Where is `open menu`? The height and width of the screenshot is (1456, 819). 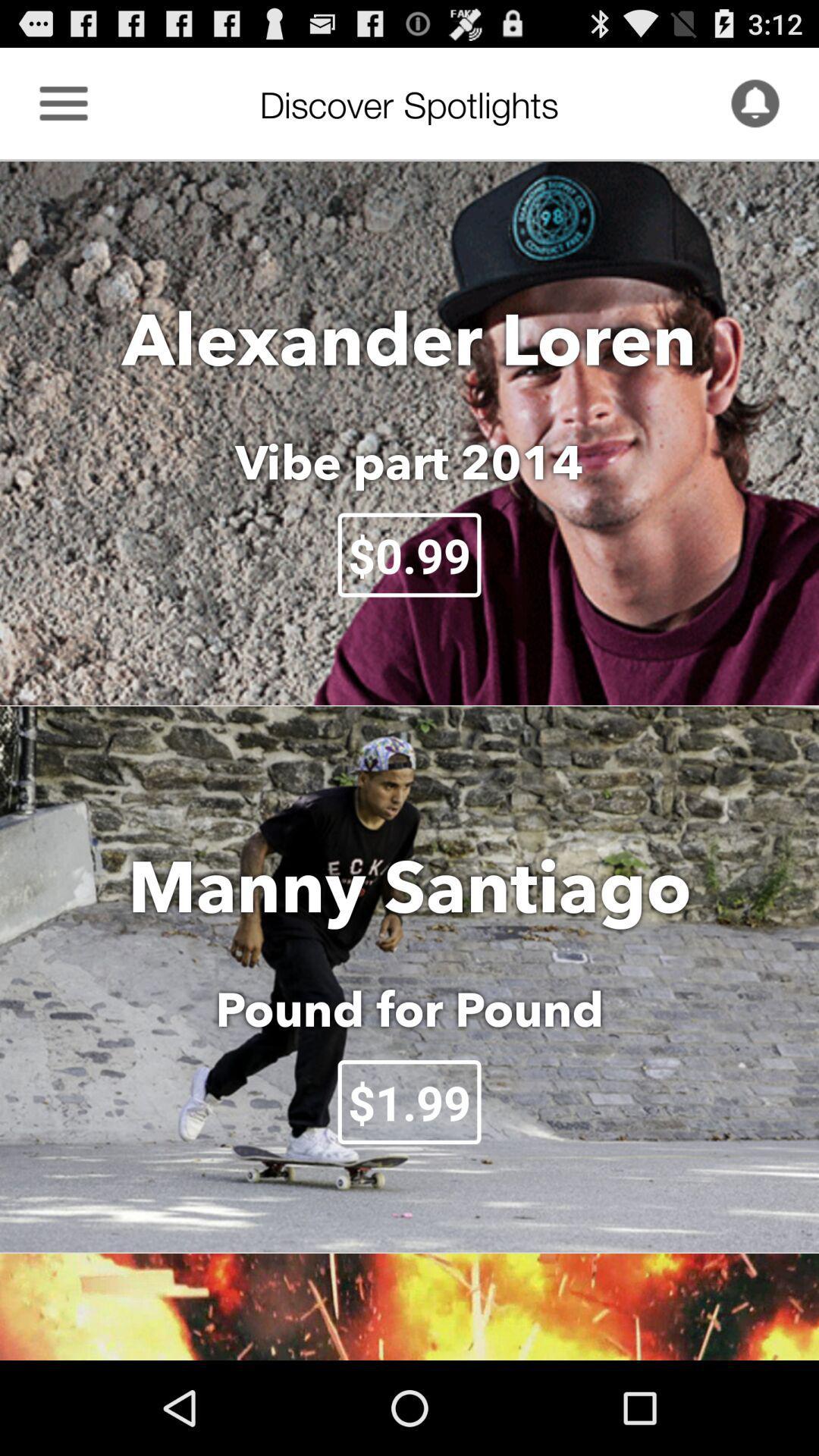 open menu is located at coordinates (63, 102).